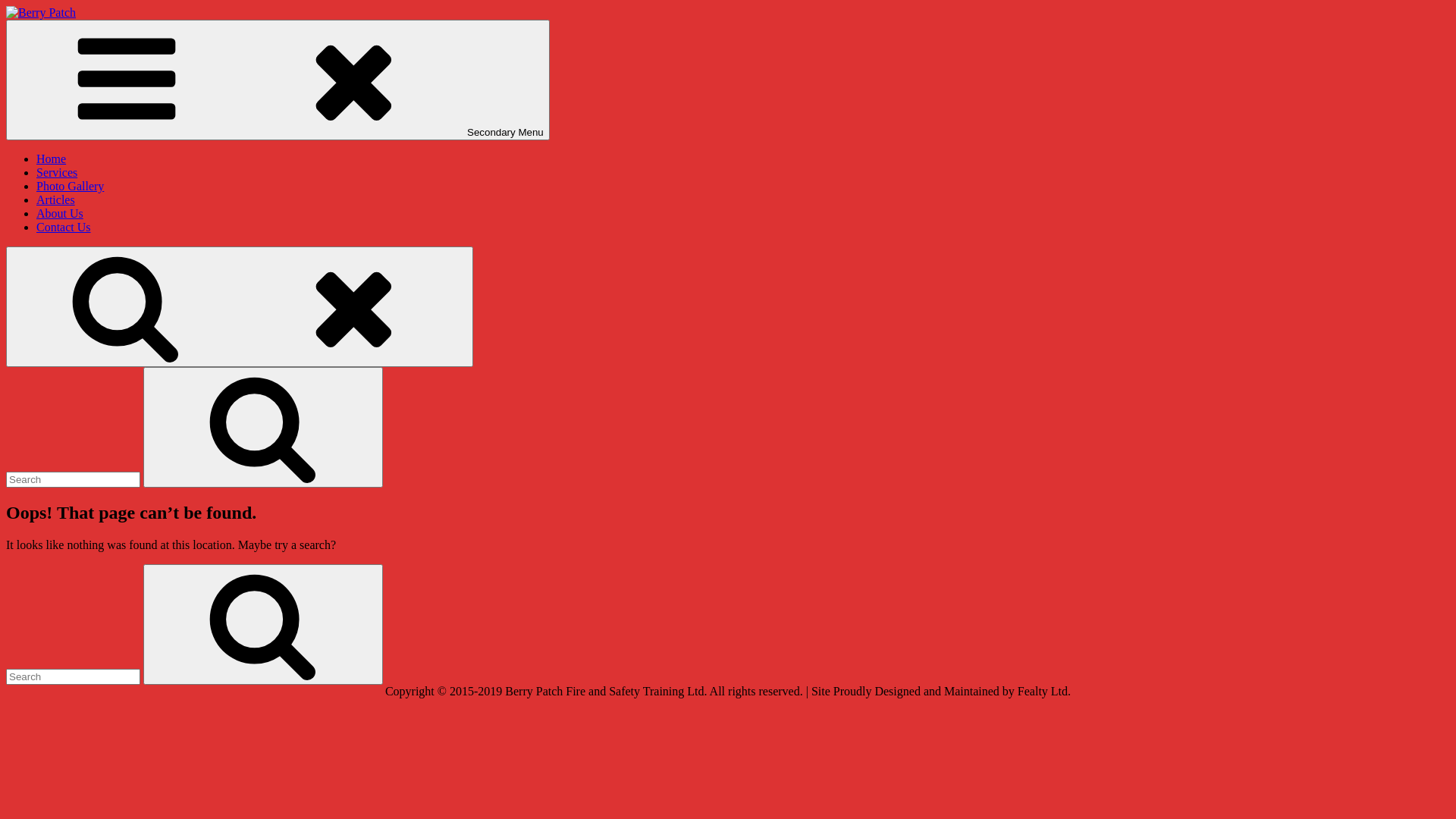 The height and width of the screenshot is (819, 1456). Describe the element at coordinates (55, 199) in the screenshot. I see `'Articles'` at that location.